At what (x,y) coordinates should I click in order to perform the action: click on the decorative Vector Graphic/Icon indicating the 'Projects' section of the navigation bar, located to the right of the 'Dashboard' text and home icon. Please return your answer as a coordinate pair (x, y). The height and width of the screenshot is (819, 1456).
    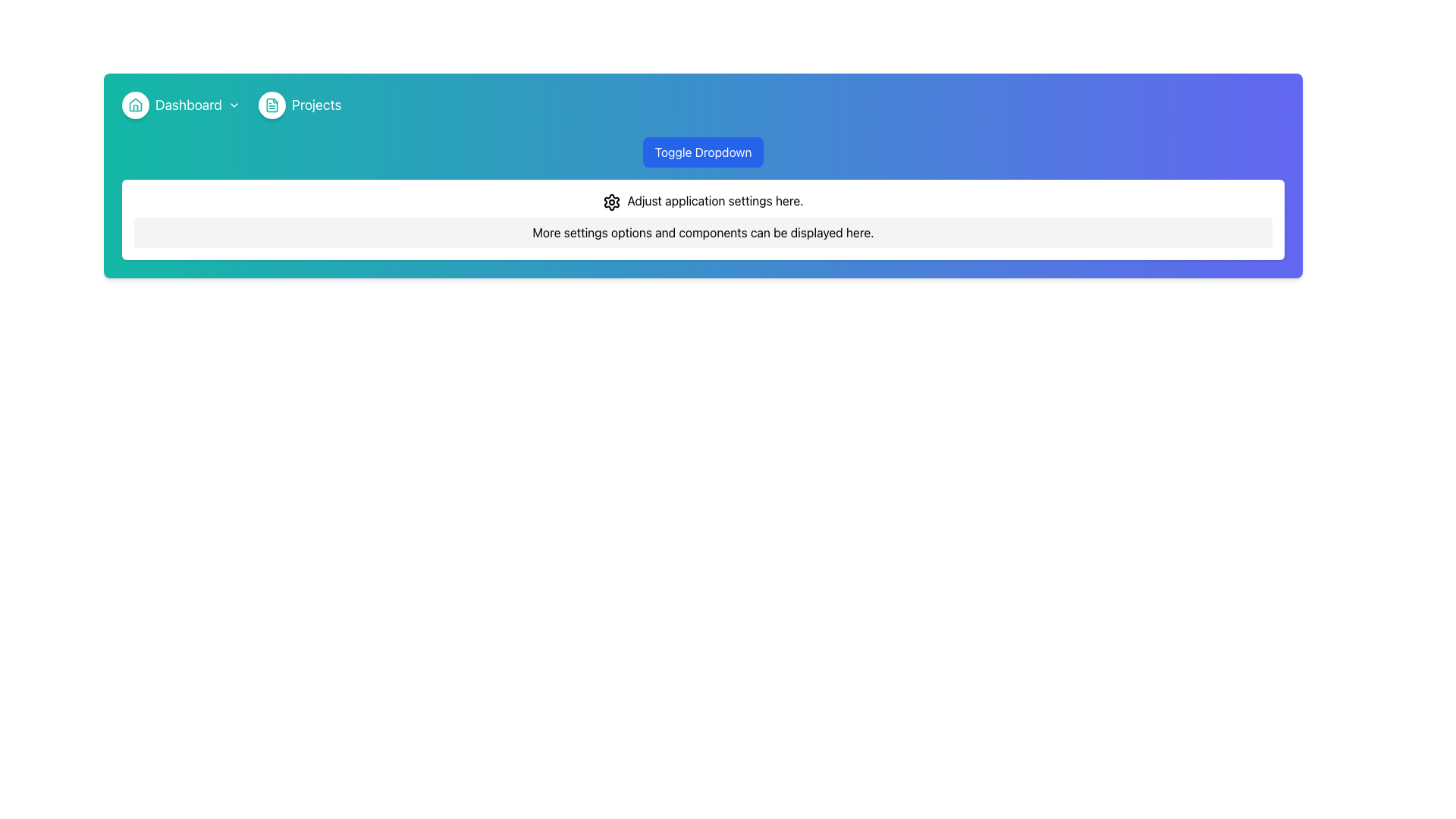
    Looking at the image, I should click on (271, 104).